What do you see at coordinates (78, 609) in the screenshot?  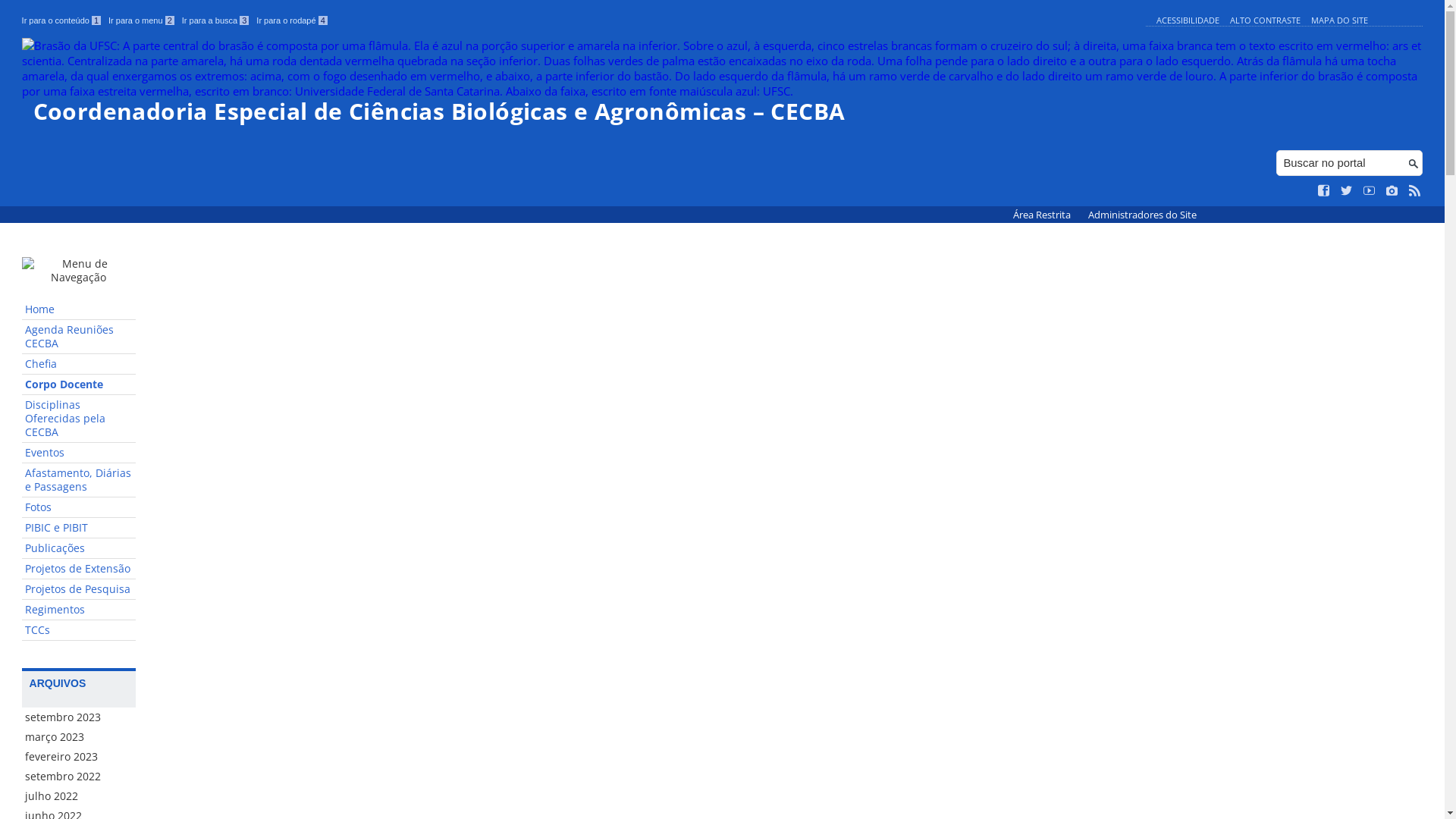 I see `'Regimentos'` at bounding box center [78, 609].